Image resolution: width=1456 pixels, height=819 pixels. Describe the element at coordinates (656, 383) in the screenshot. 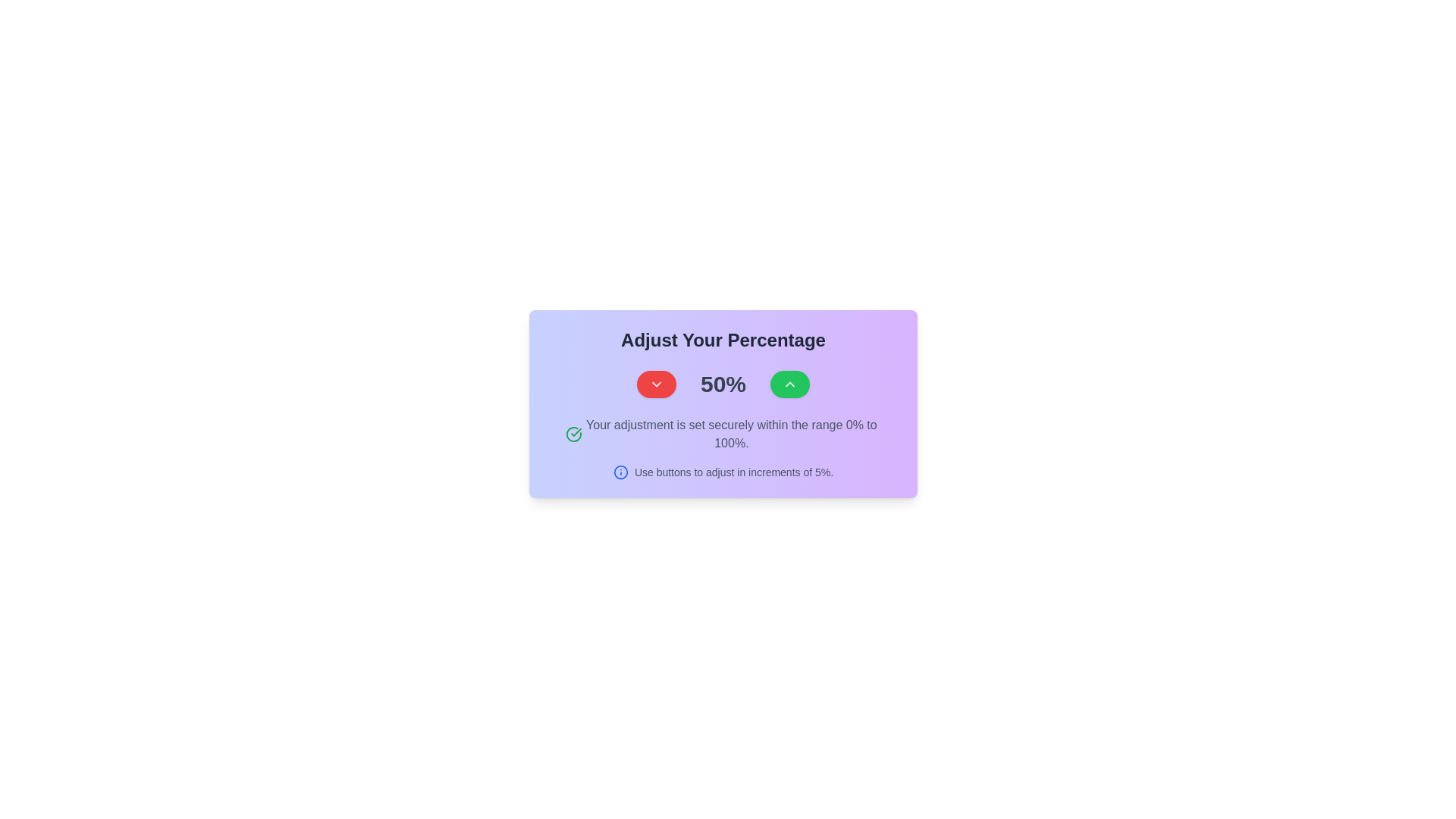

I see `the chevron icon located centrally within the rounded red button on the left side of the control panel` at that location.